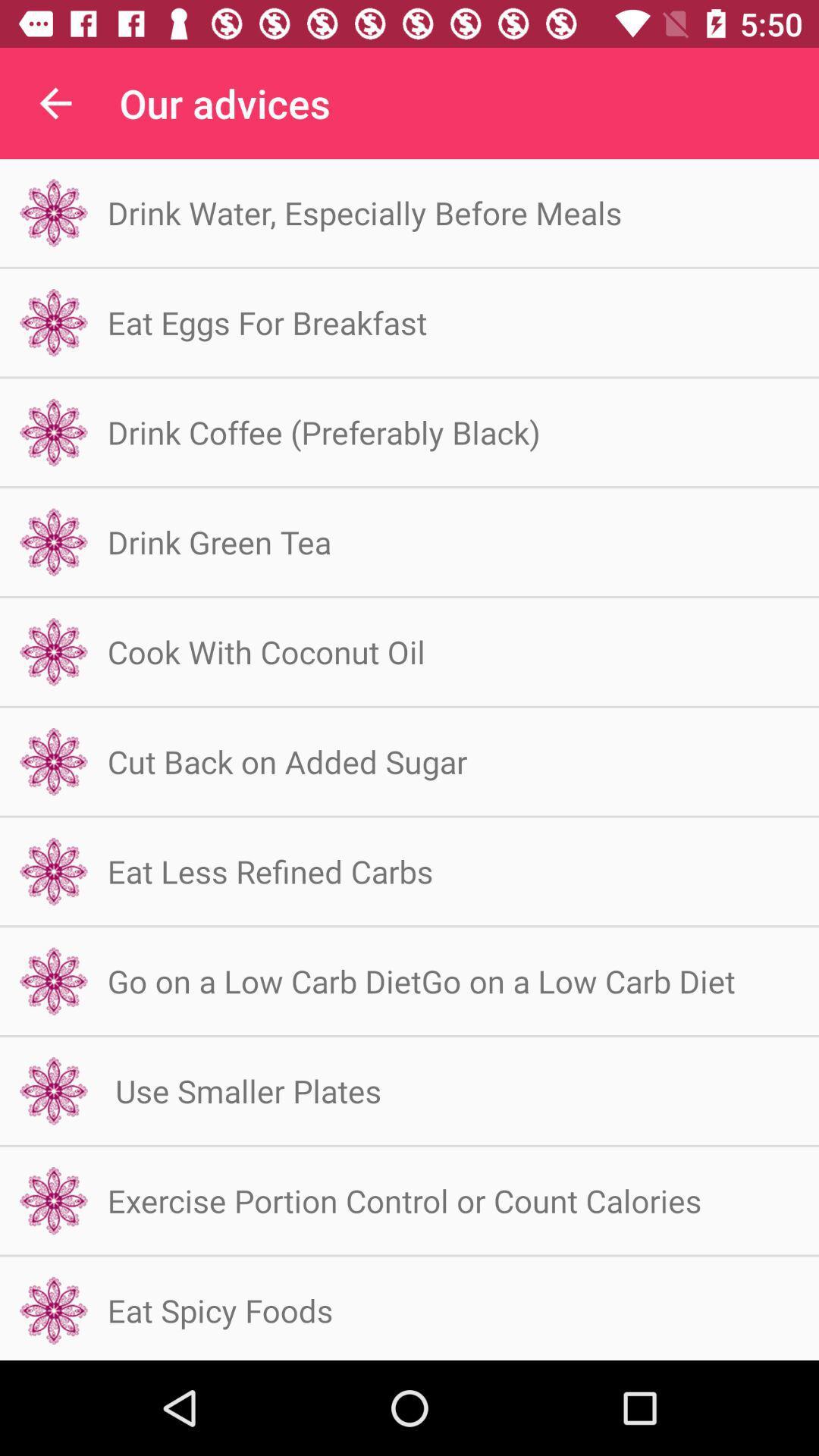 The image size is (819, 1456). What do you see at coordinates (266, 322) in the screenshot?
I see `the eat eggs for icon` at bounding box center [266, 322].